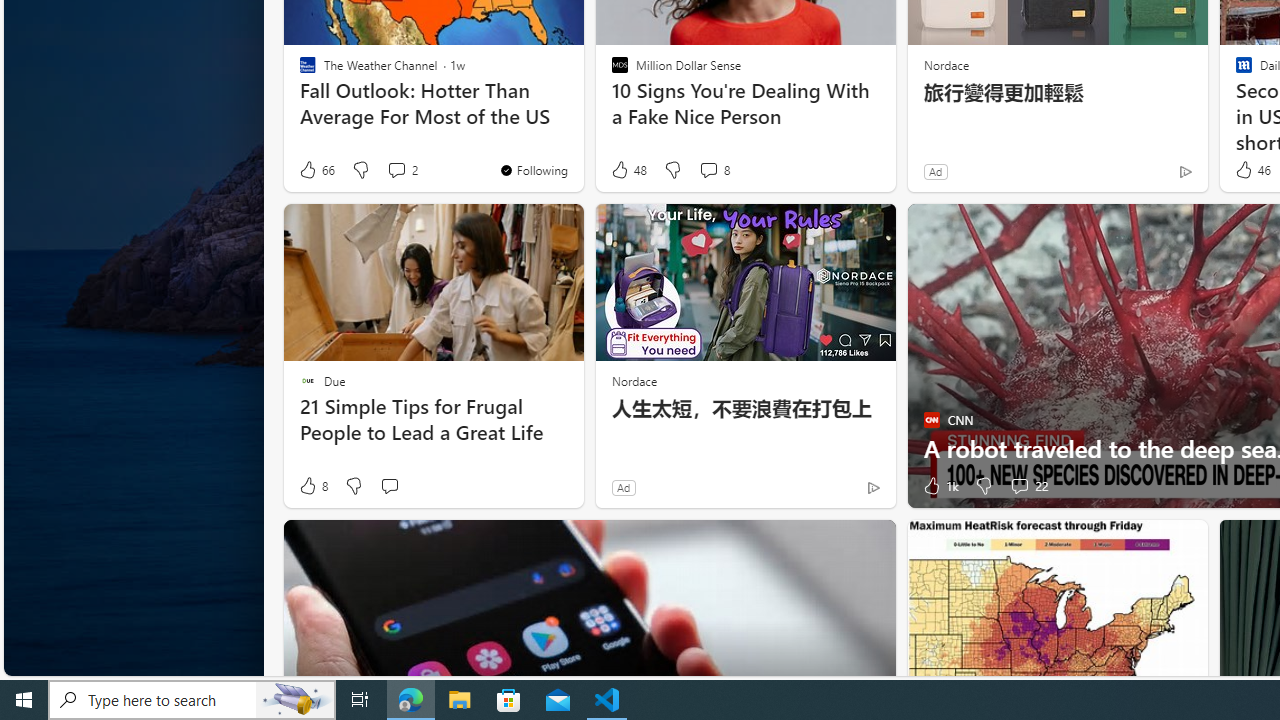  I want to click on 'You', so click(533, 168).